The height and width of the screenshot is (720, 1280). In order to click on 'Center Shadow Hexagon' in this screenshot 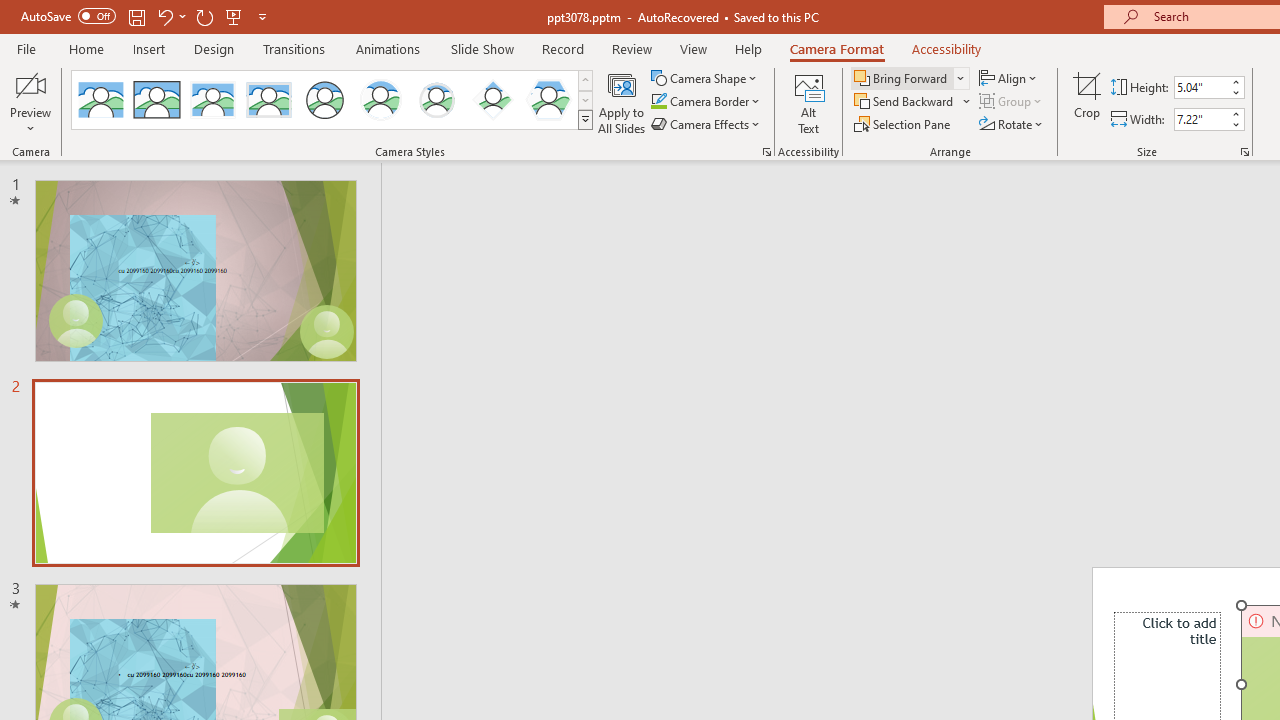, I will do `click(549, 100)`.